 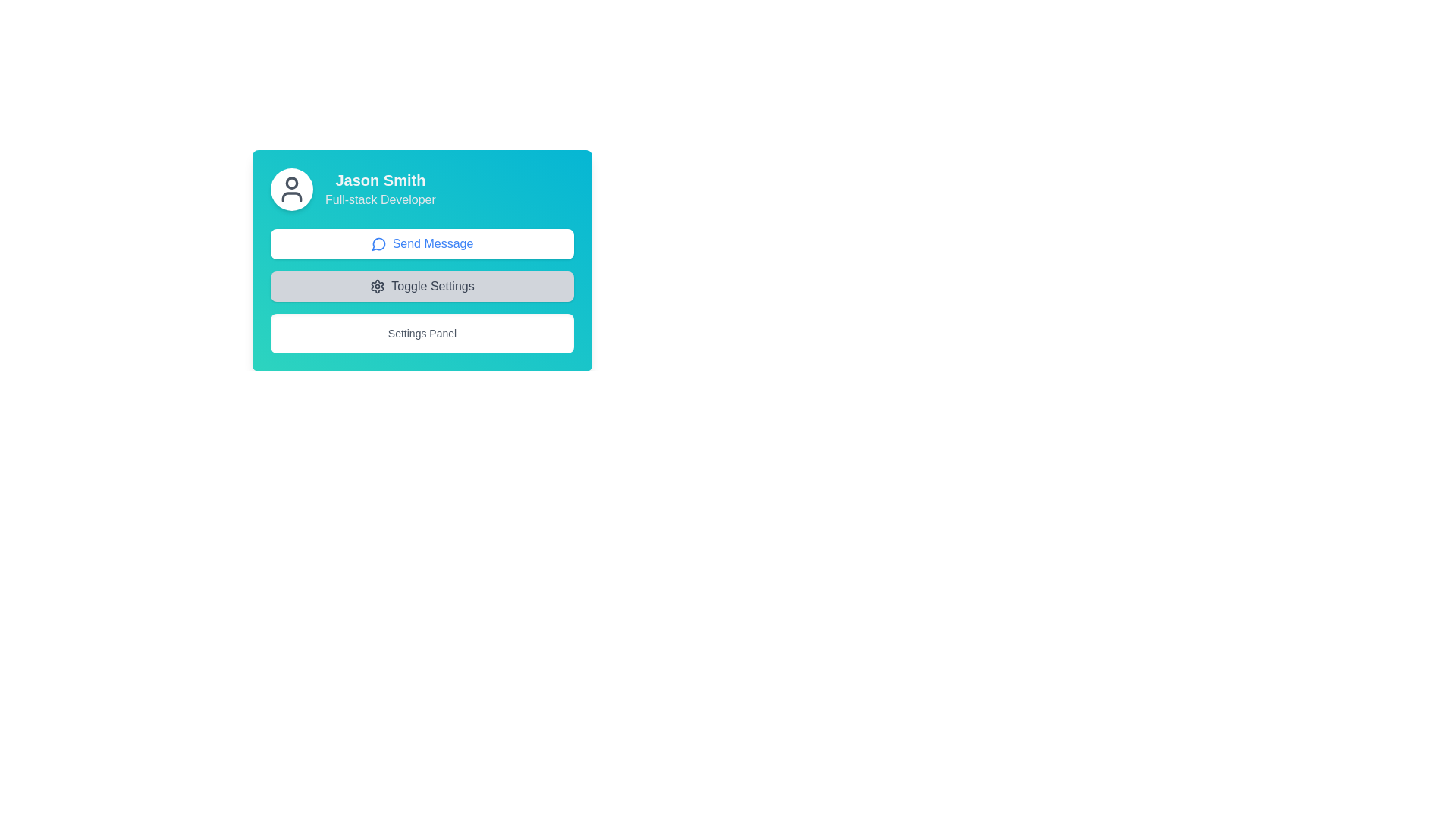 What do you see at coordinates (422, 243) in the screenshot?
I see `the first interactive button below the profile section 'Jason Smith Full-stack Developer'` at bounding box center [422, 243].